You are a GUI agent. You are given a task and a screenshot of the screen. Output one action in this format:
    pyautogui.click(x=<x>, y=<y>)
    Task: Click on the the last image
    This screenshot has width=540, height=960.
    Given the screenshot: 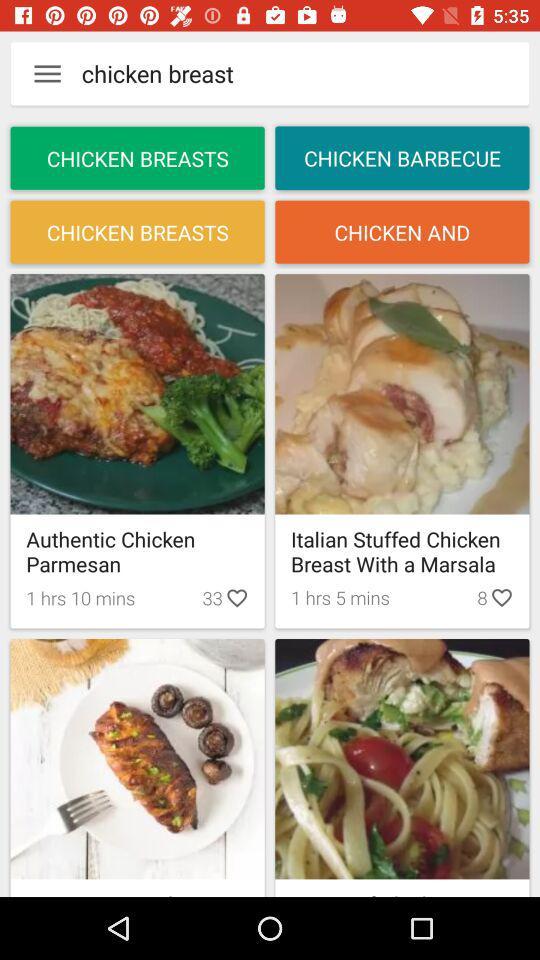 What is the action you would take?
    pyautogui.click(x=402, y=757)
    